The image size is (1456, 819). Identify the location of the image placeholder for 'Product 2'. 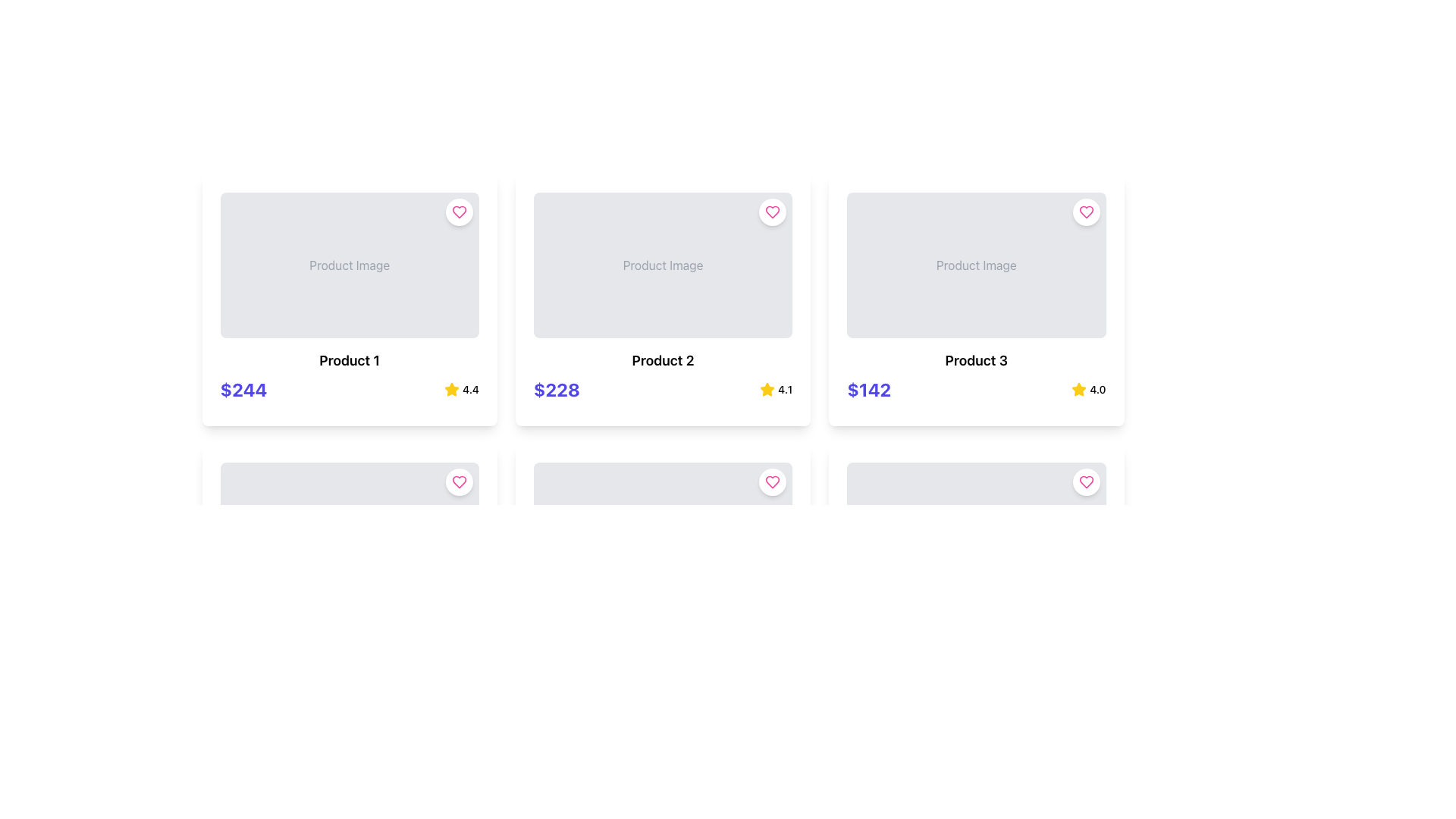
(663, 265).